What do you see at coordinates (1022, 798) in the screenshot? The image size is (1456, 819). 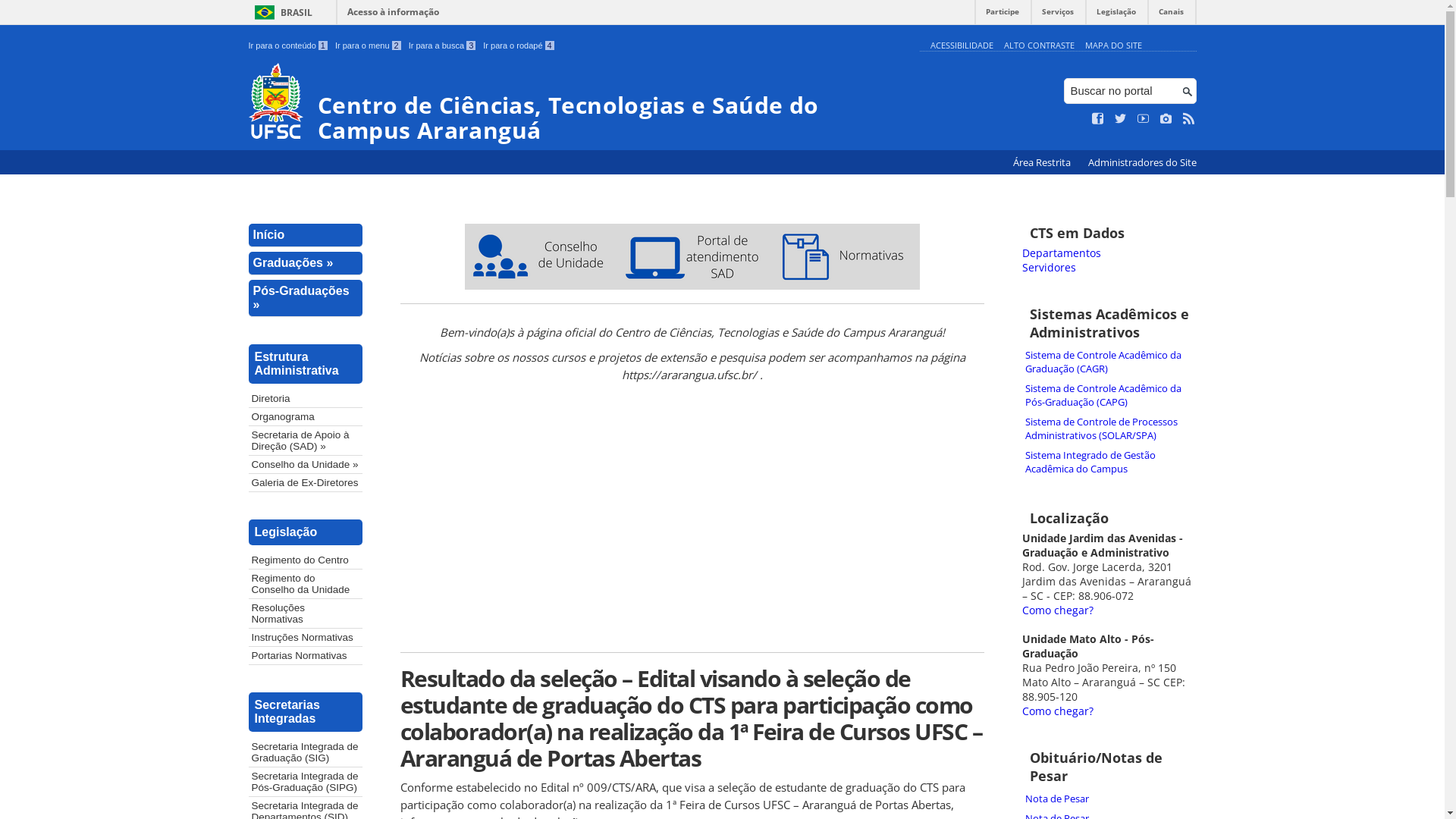 I see `'Nota de Pesar'` at bounding box center [1022, 798].